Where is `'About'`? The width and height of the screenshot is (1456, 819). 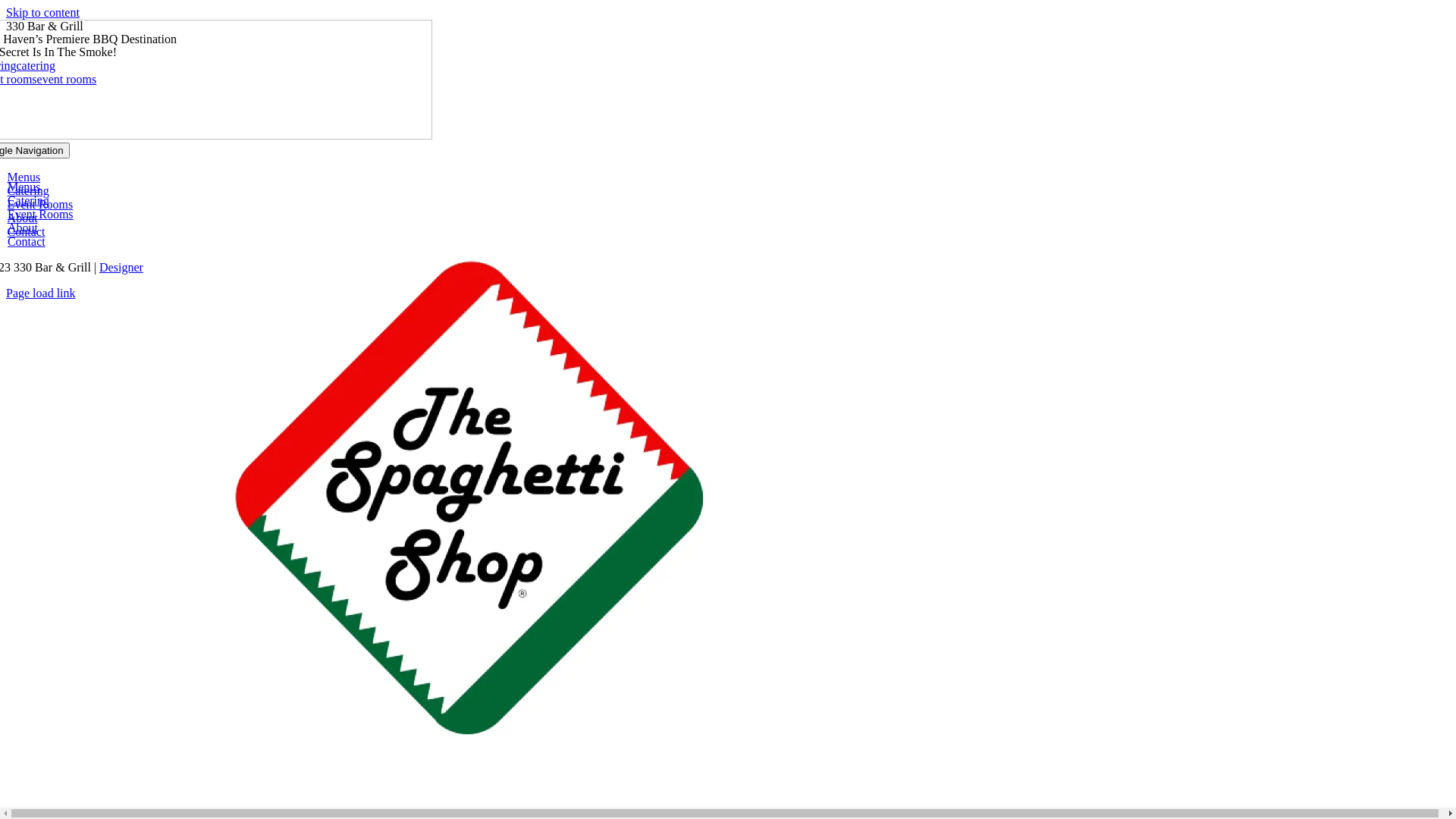
'About' is located at coordinates (7, 227).